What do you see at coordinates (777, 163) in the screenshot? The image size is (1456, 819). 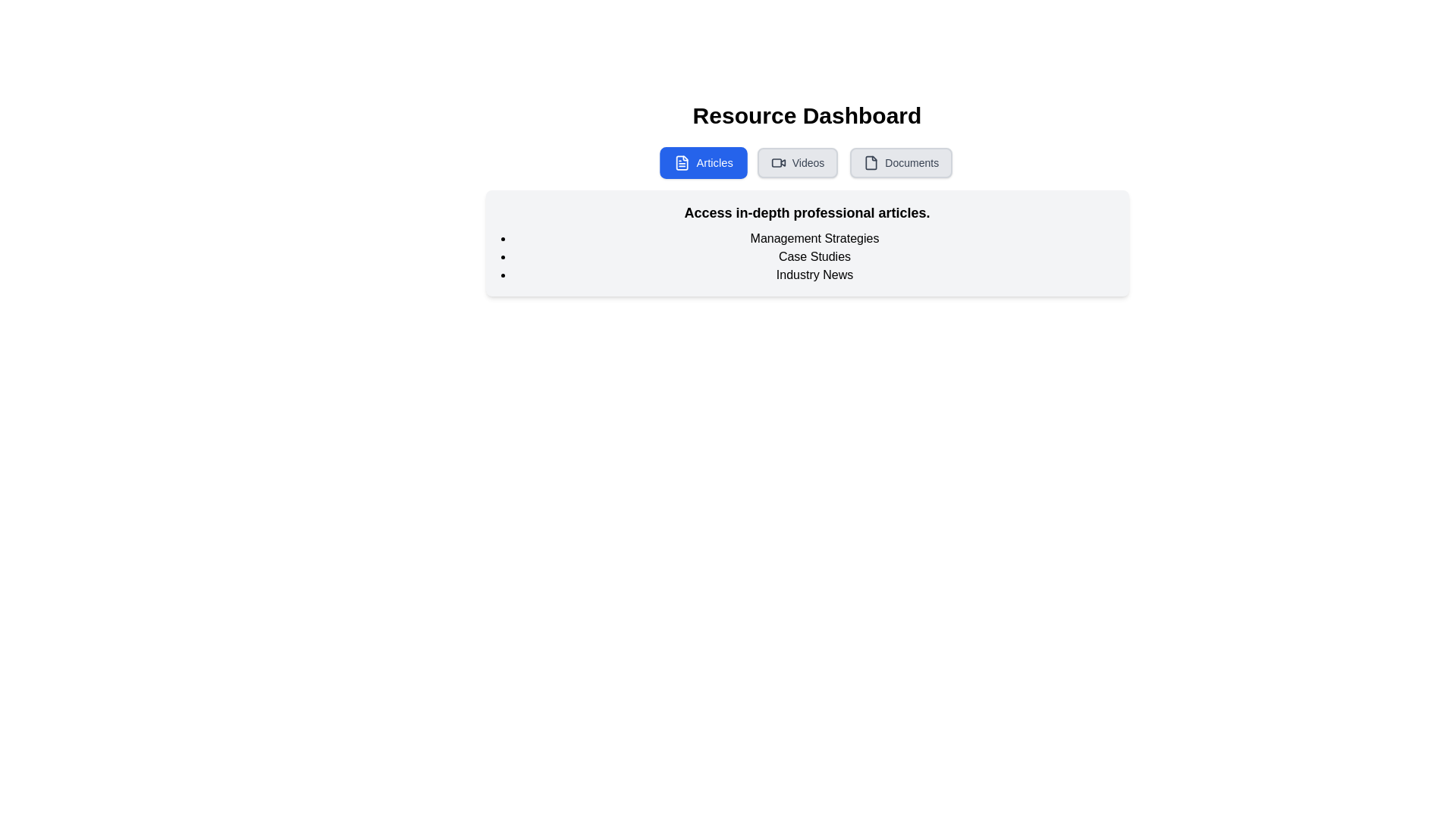 I see `the SVG rectangle element within the video icon that represents the button for accessing video content, located in the central interface between the 'Articles' and 'Documents' buttons` at bounding box center [777, 163].